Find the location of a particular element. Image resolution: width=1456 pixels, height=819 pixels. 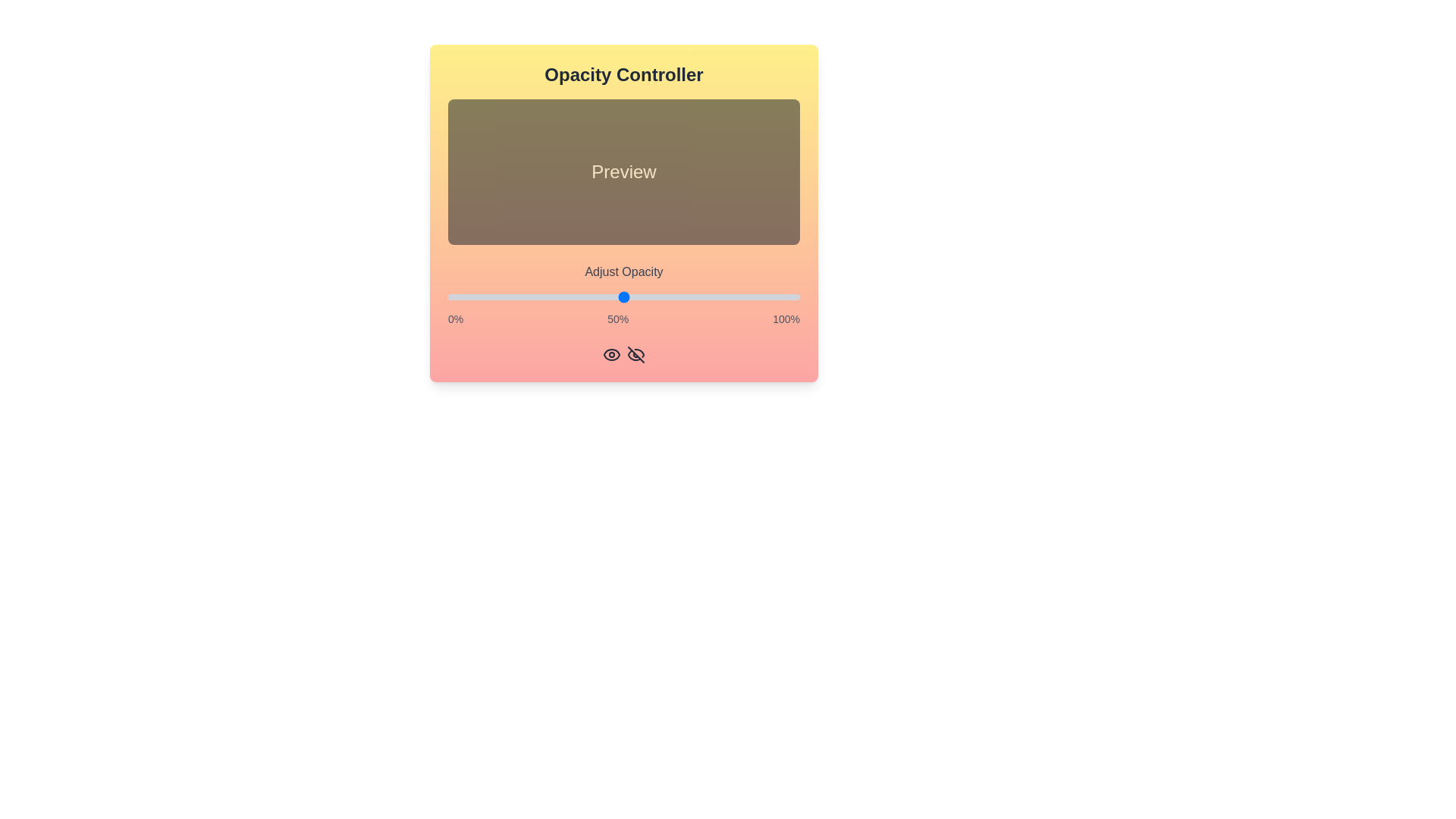

the 'Eye' icon to toggle visibility is located at coordinates (611, 354).